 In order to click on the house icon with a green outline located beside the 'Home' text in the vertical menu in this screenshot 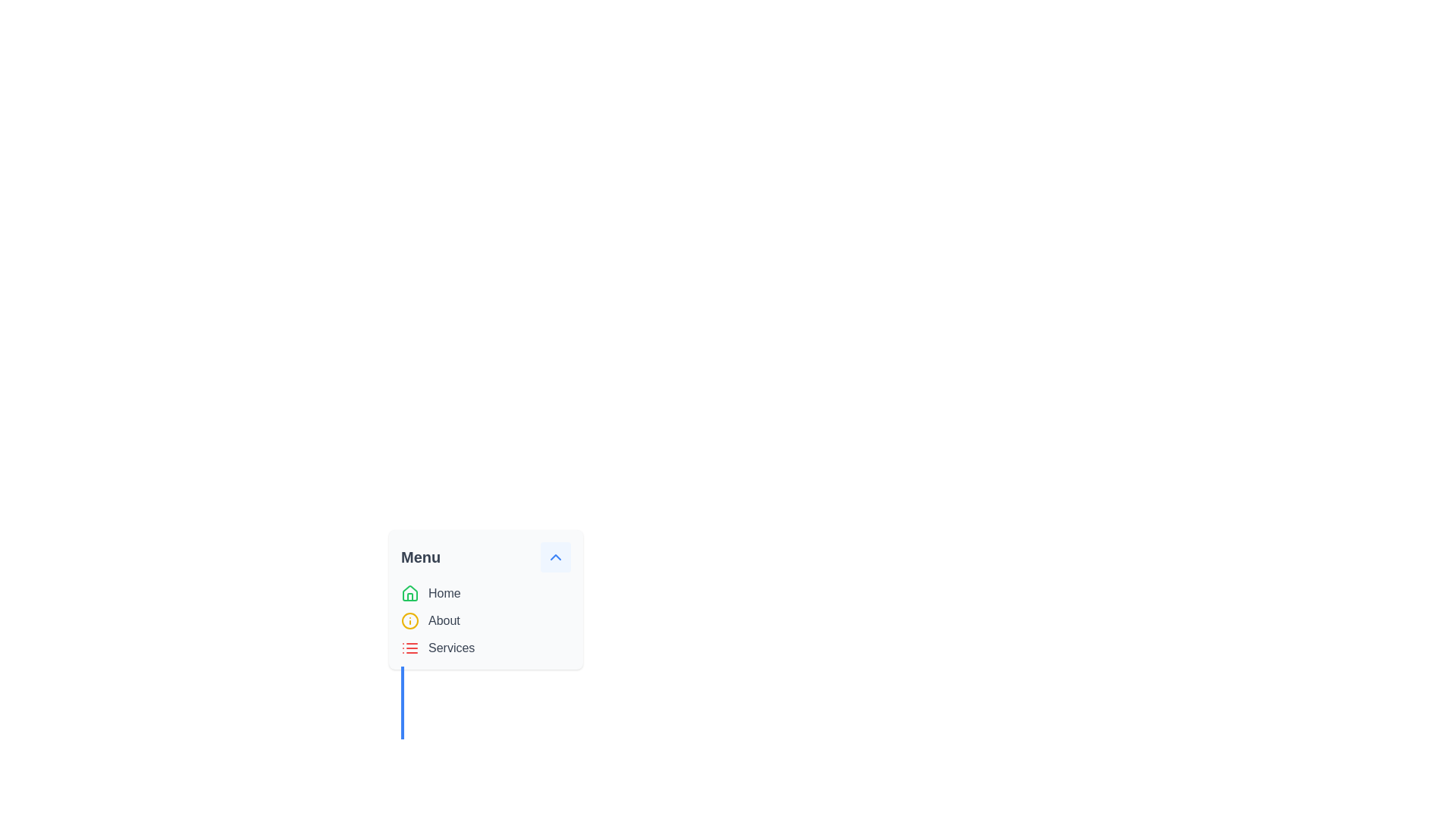, I will do `click(410, 593)`.